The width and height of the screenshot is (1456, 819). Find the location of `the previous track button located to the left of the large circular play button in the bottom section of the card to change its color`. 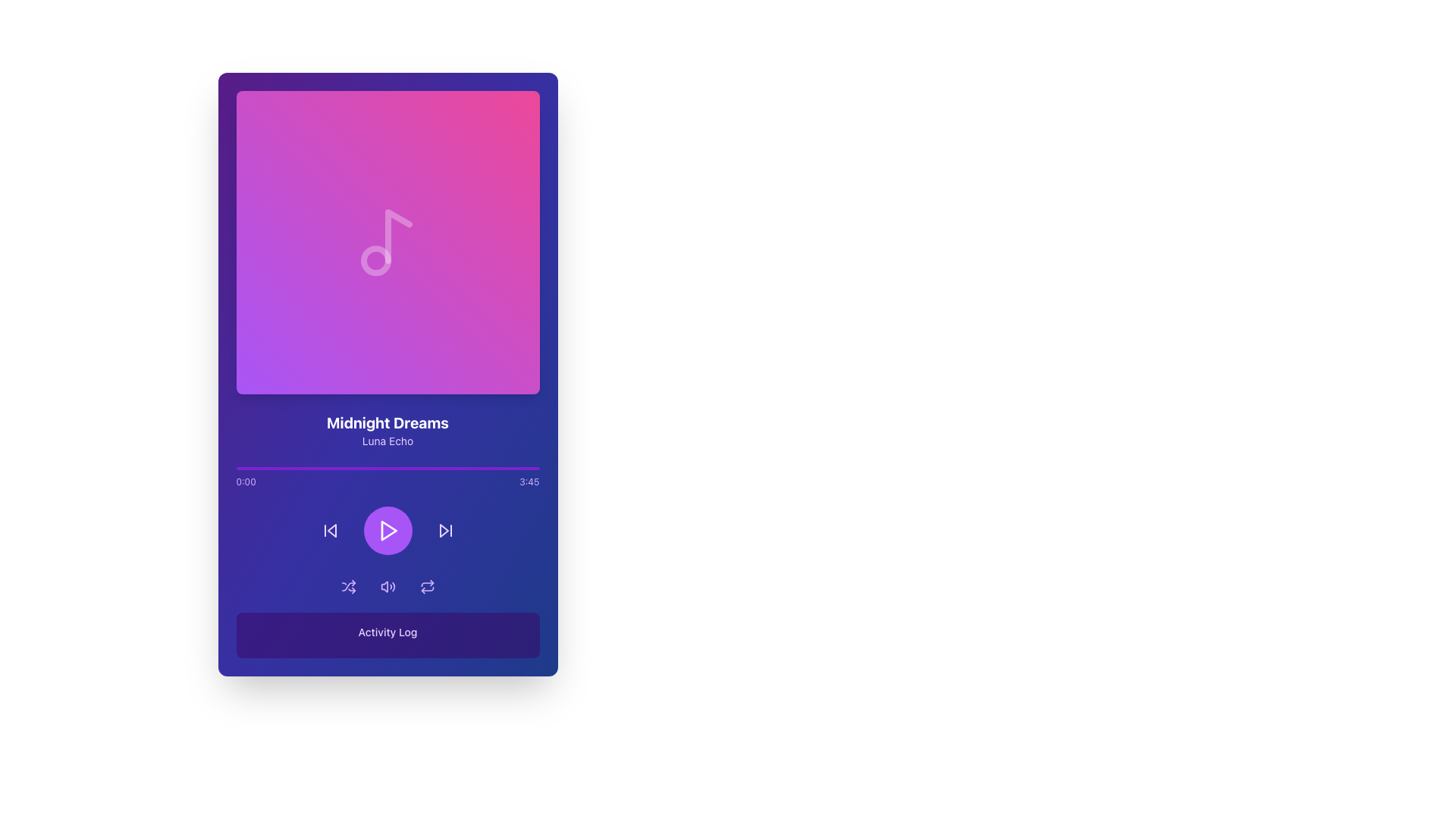

the previous track button located to the left of the large circular play button in the bottom section of the card to change its color is located at coordinates (329, 529).